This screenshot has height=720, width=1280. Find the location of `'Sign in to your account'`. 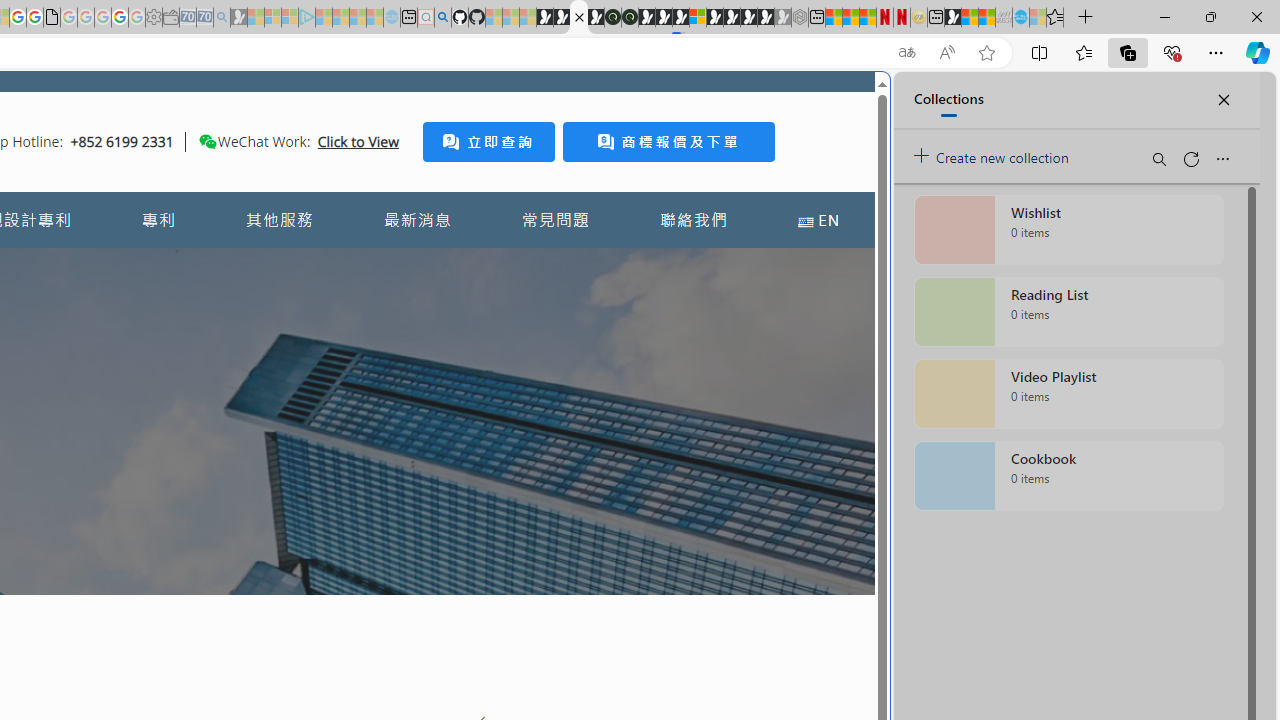

'Sign in to your account' is located at coordinates (698, 17).